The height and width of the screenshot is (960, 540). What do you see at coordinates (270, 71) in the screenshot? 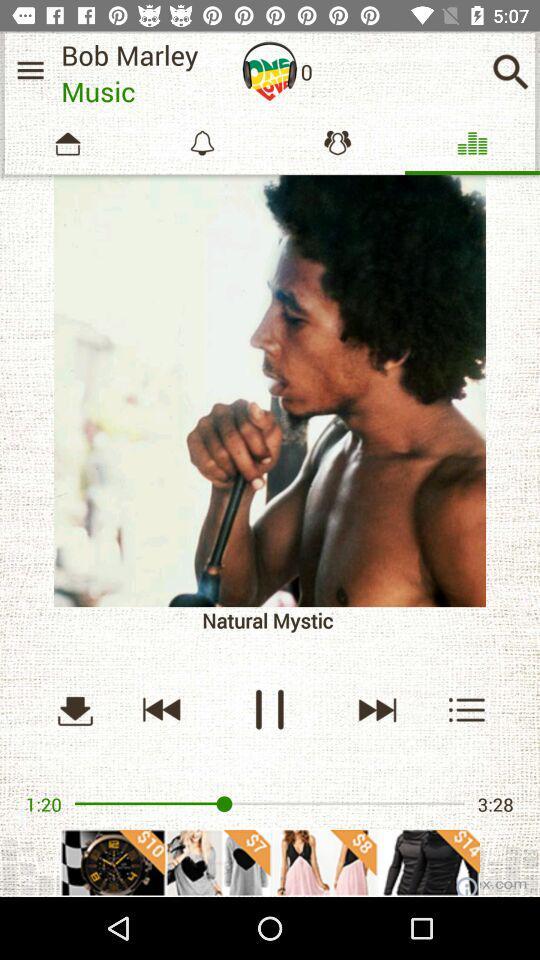
I see `autoplay option` at bounding box center [270, 71].